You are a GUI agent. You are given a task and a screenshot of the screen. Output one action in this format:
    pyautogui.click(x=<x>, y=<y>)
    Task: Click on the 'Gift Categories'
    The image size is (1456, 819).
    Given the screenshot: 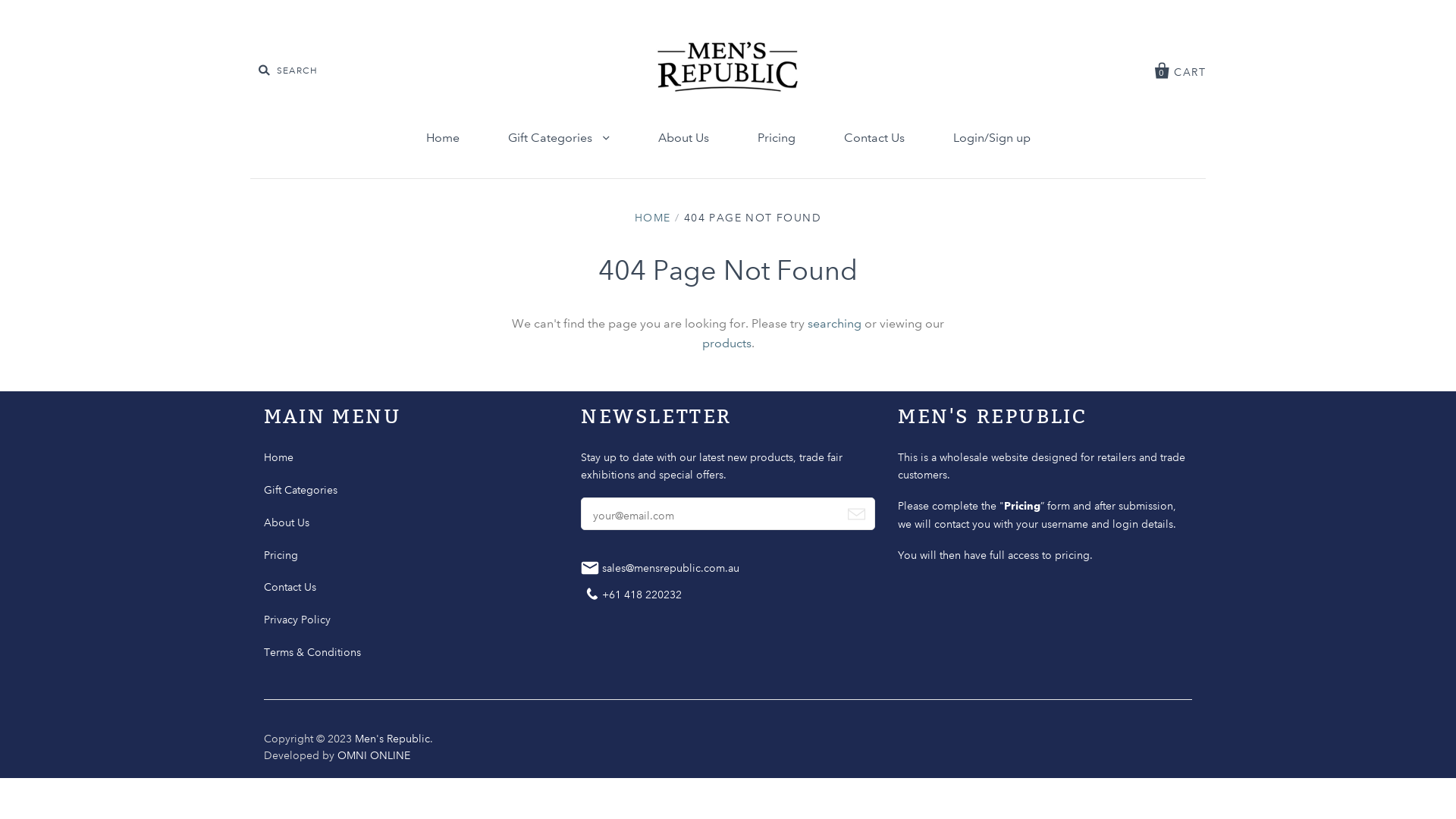 What is the action you would take?
    pyautogui.click(x=558, y=137)
    